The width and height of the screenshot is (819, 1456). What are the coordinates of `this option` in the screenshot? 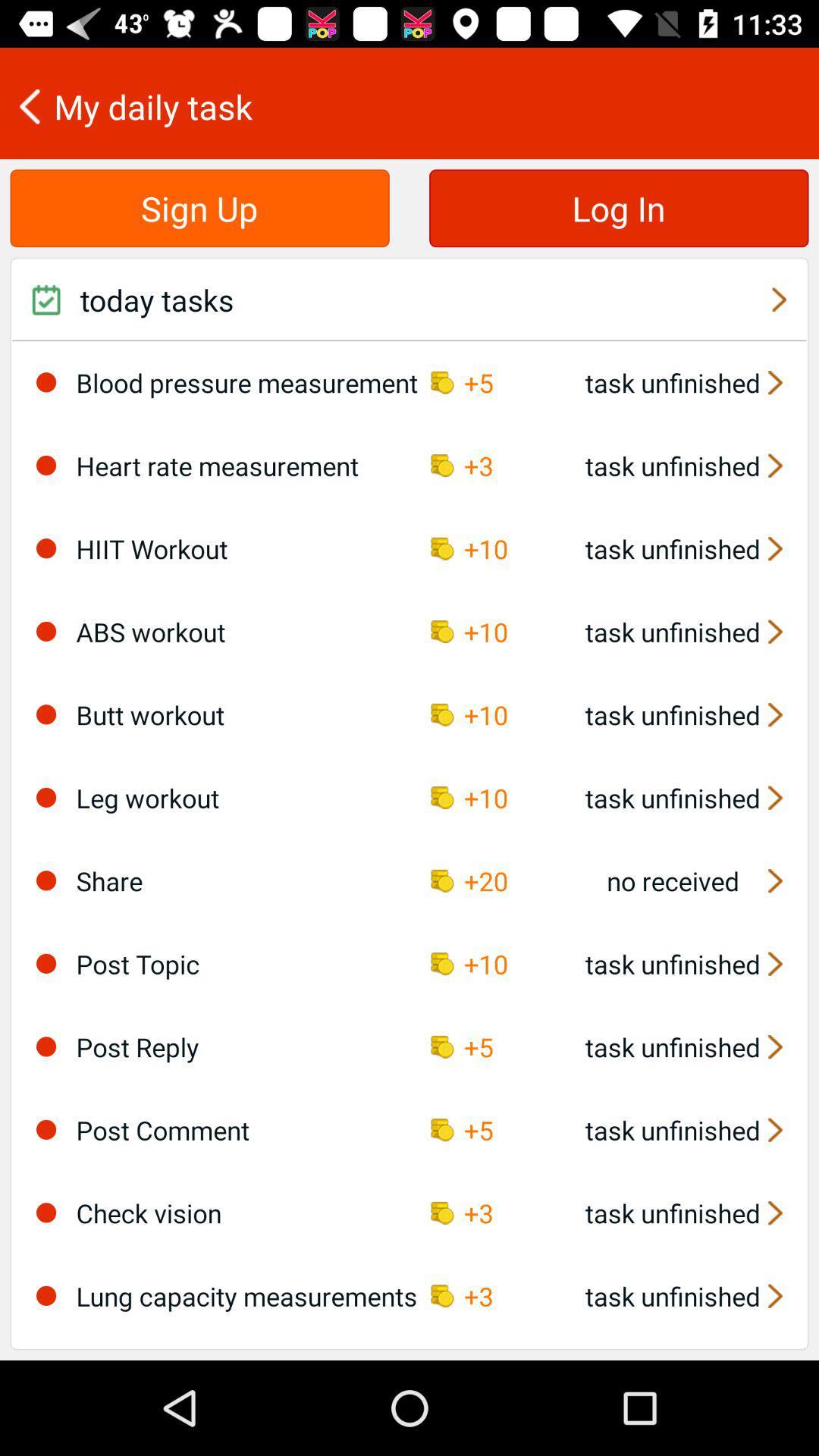 It's located at (45, 962).